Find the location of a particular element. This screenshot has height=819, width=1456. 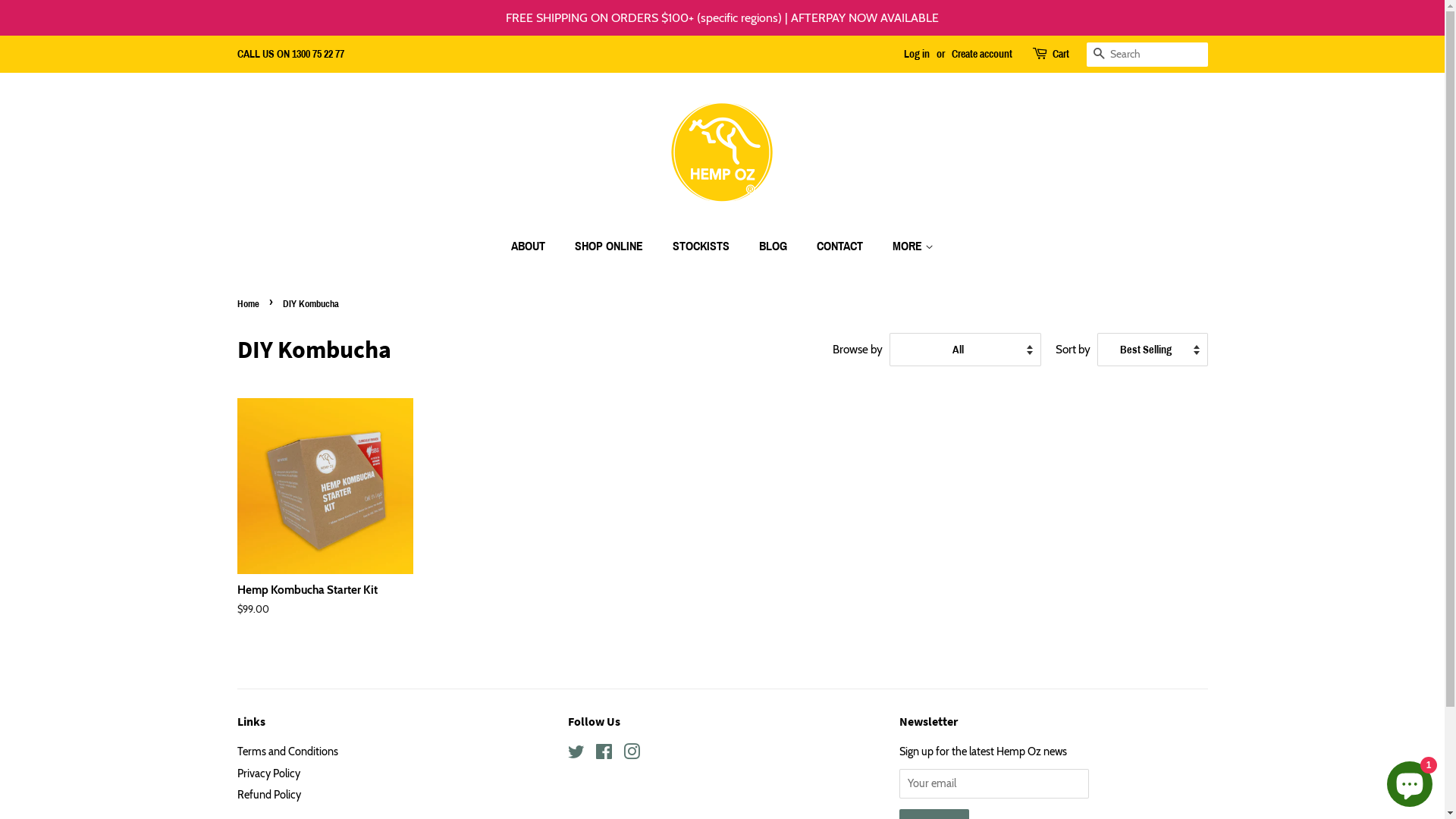

'STOCKISTS' is located at coordinates (701, 245).